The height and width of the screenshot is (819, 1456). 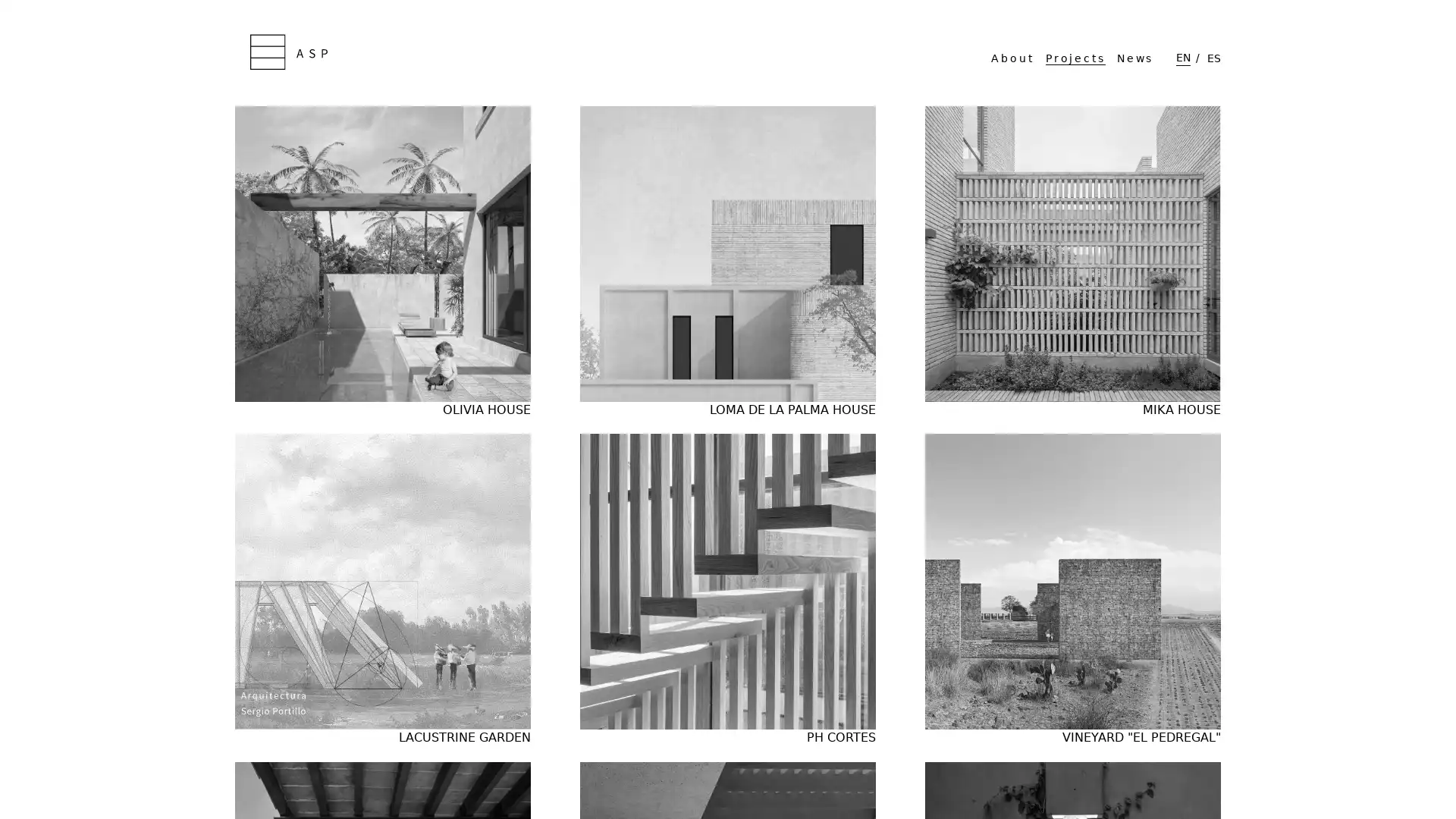 I want to click on ES, so click(x=1214, y=57).